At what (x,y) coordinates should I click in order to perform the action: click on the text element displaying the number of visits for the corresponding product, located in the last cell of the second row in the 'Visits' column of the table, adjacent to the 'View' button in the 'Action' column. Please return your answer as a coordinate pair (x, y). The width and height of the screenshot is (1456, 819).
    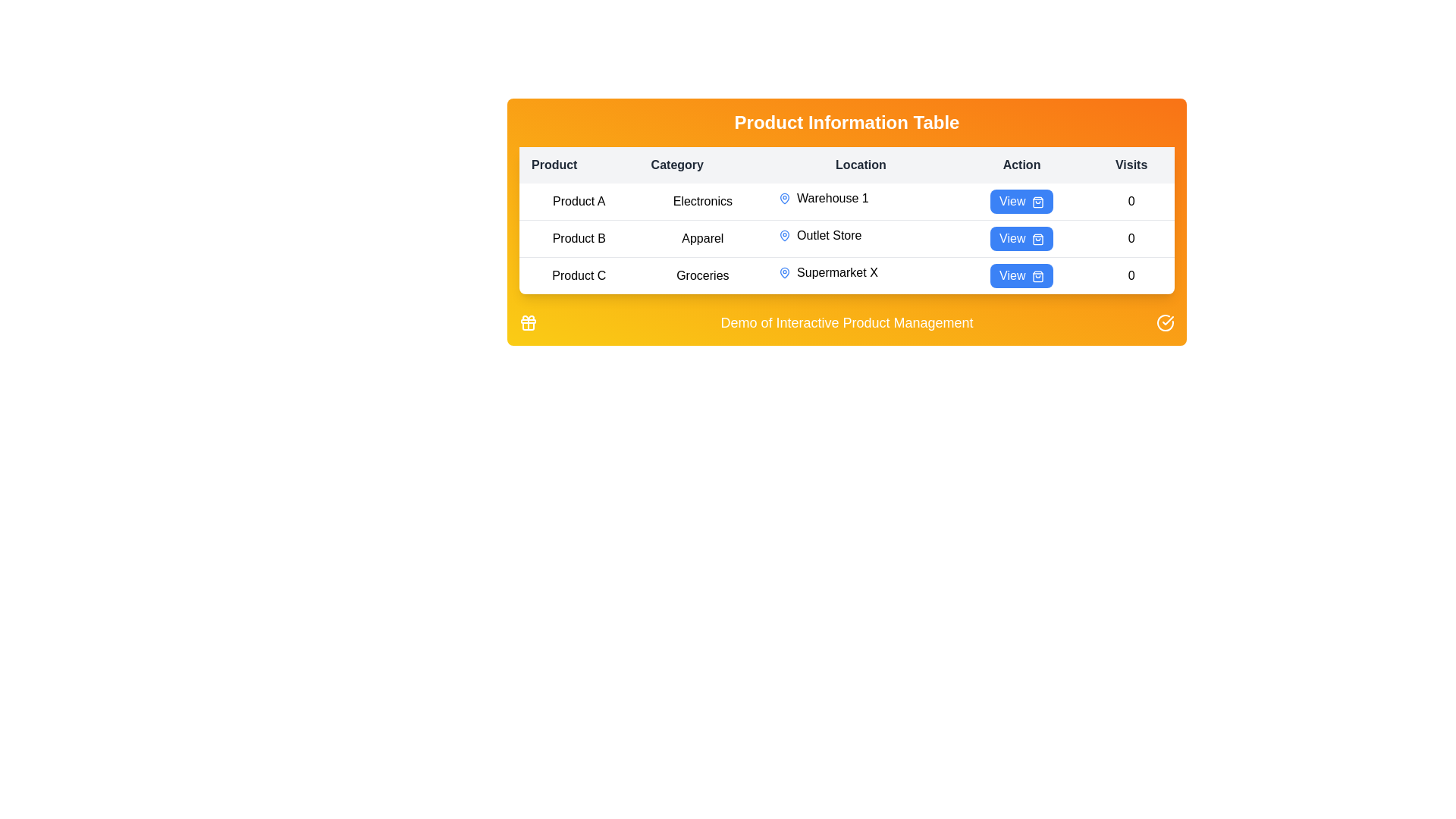
    Looking at the image, I should click on (1131, 239).